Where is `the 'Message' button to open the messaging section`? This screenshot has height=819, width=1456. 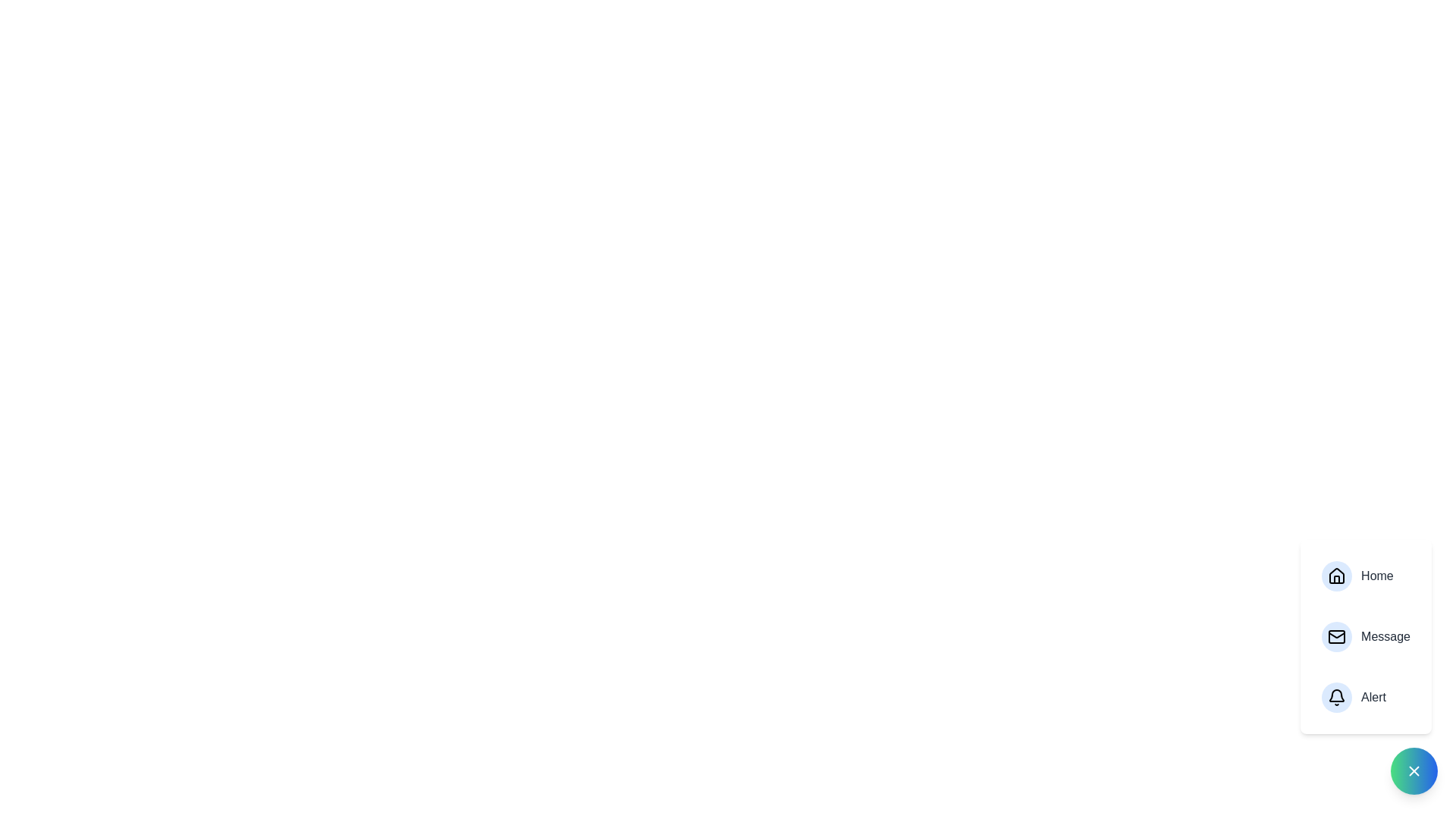
the 'Message' button to open the messaging section is located at coordinates (1365, 637).